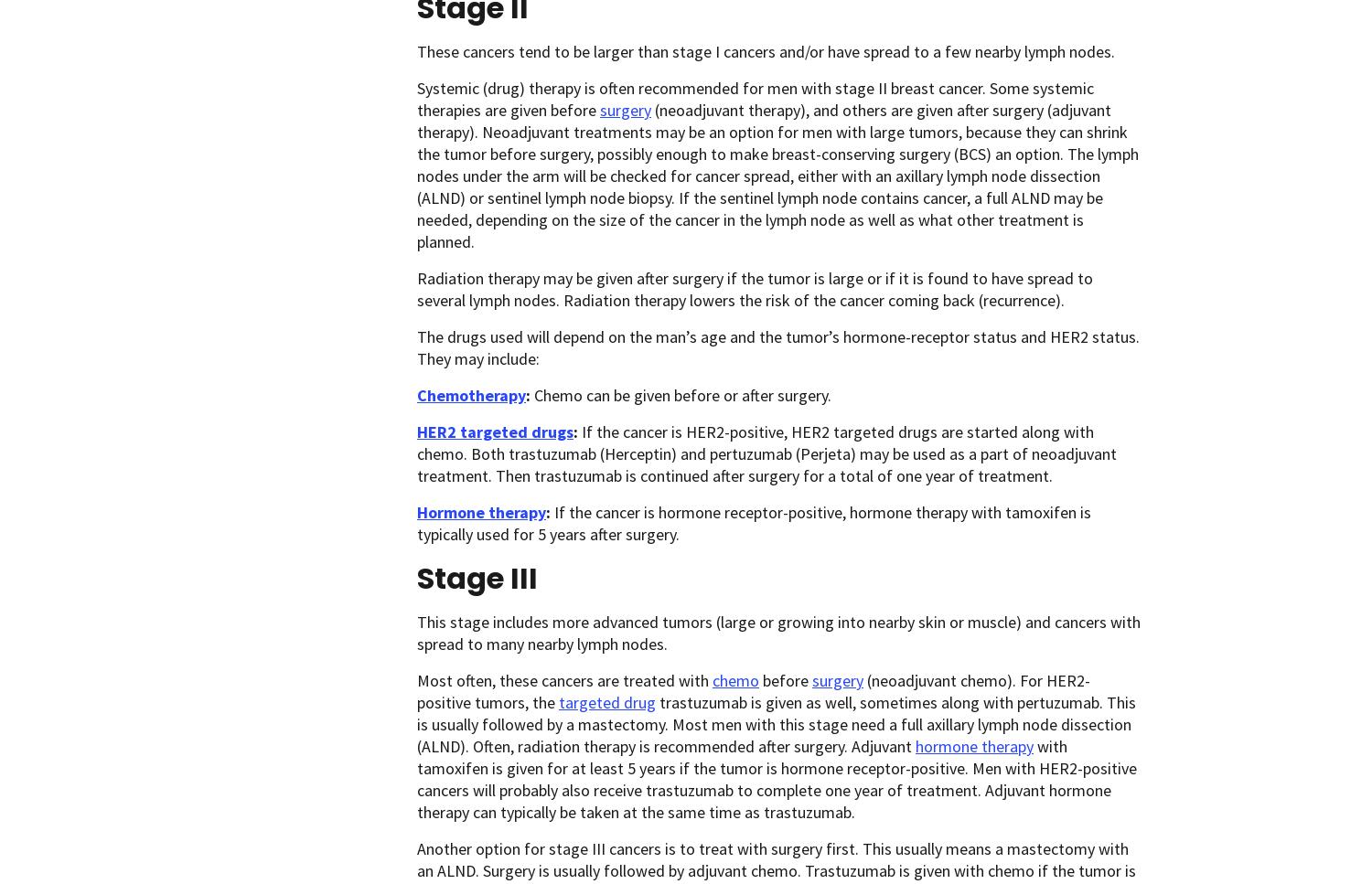 The height and width of the screenshot is (884, 1372). What do you see at coordinates (607, 702) in the screenshot?
I see `'targeted drug'` at bounding box center [607, 702].